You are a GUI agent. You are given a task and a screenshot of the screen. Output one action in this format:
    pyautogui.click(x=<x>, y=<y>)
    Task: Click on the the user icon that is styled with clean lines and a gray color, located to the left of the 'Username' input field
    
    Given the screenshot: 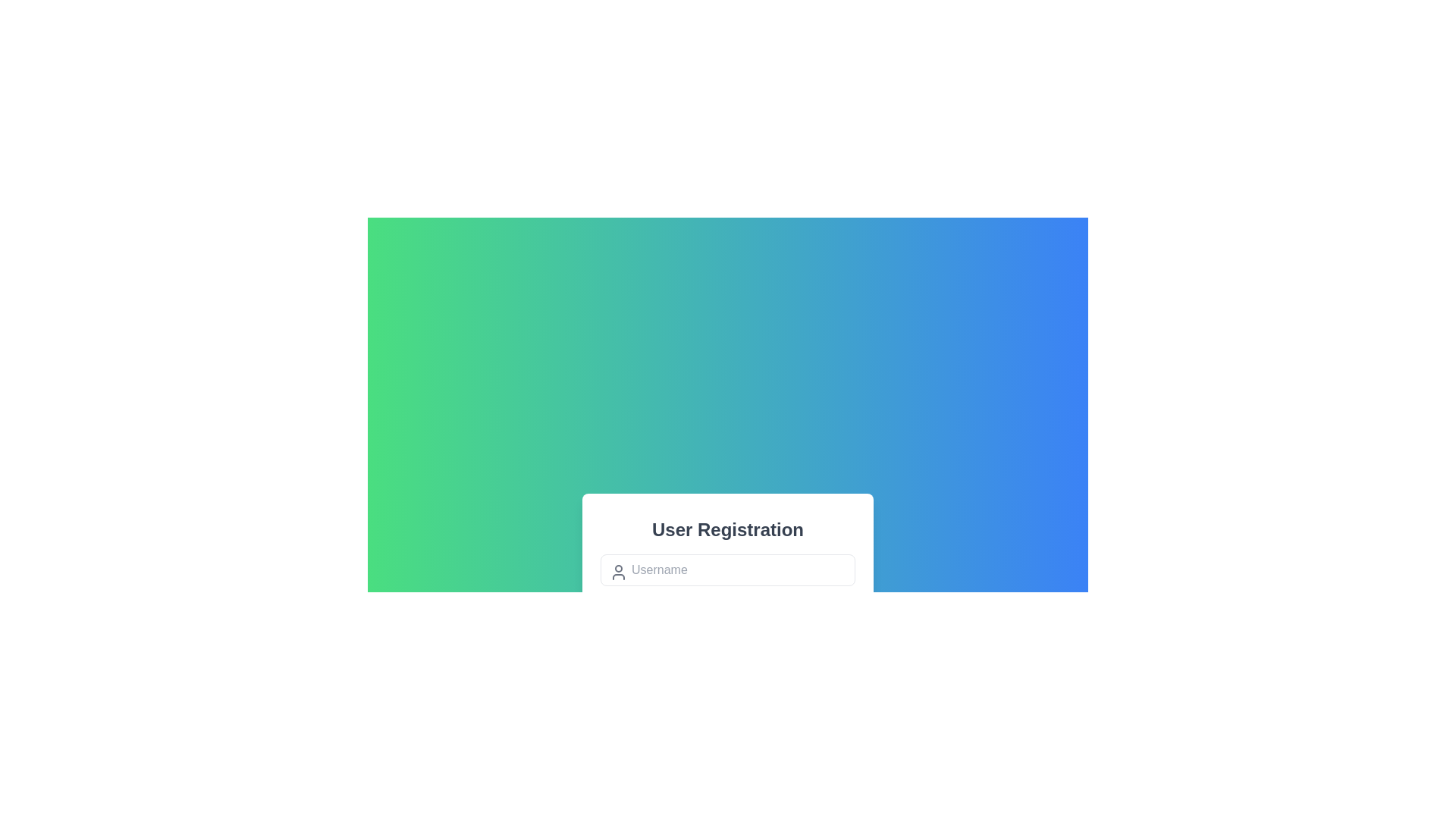 What is the action you would take?
    pyautogui.click(x=619, y=572)
    